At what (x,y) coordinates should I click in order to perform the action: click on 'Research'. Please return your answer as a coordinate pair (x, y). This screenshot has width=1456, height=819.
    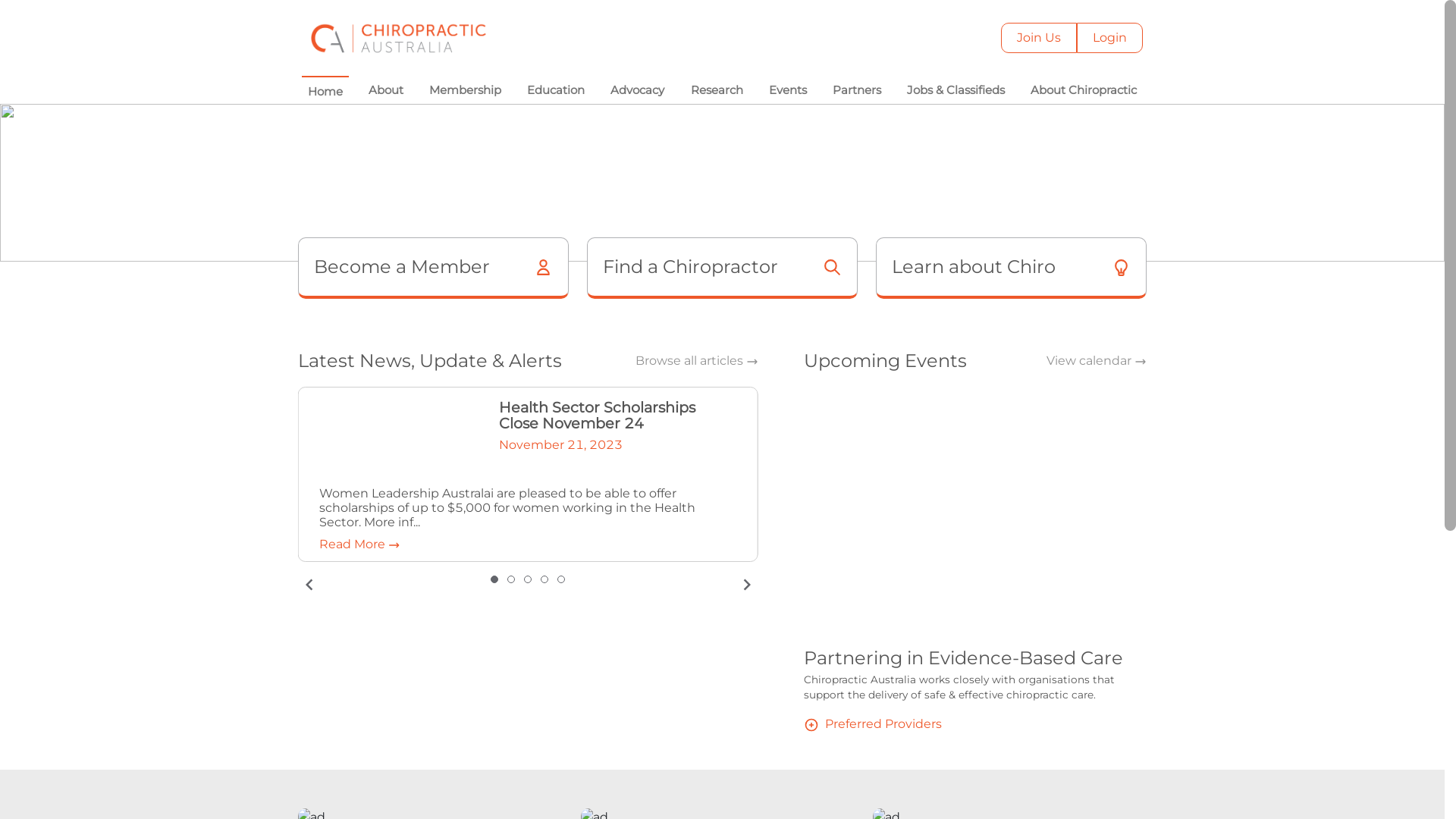
    Looking at the image, I should click on (683, 90).